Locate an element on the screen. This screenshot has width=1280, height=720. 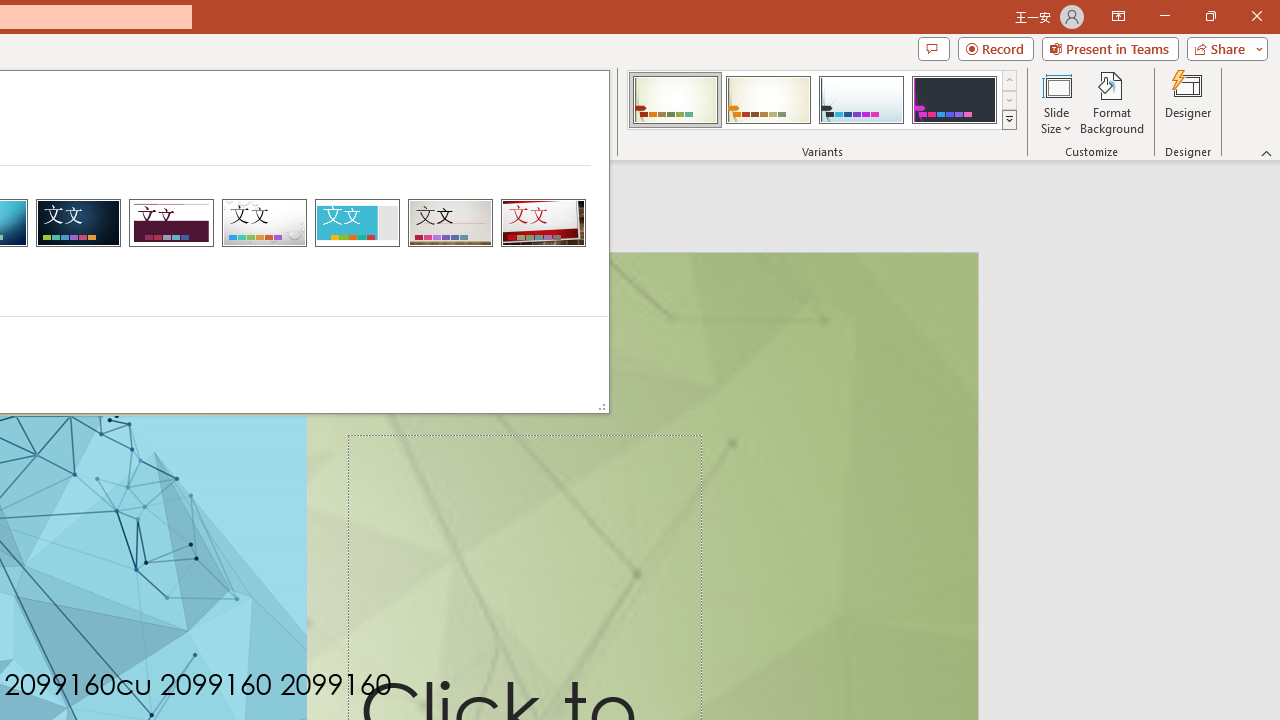
'Wisp Variant 4' is located at coordinates (953, 100).